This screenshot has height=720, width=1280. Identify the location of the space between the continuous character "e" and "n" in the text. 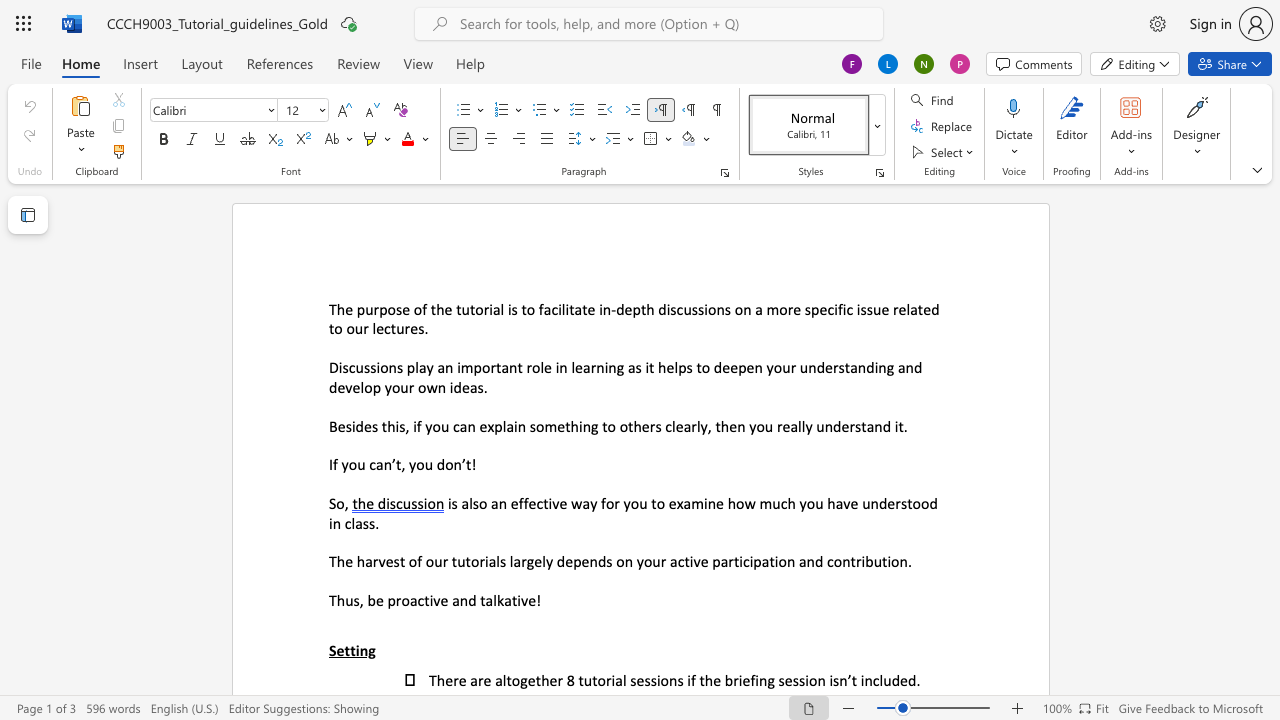
(736, 425).